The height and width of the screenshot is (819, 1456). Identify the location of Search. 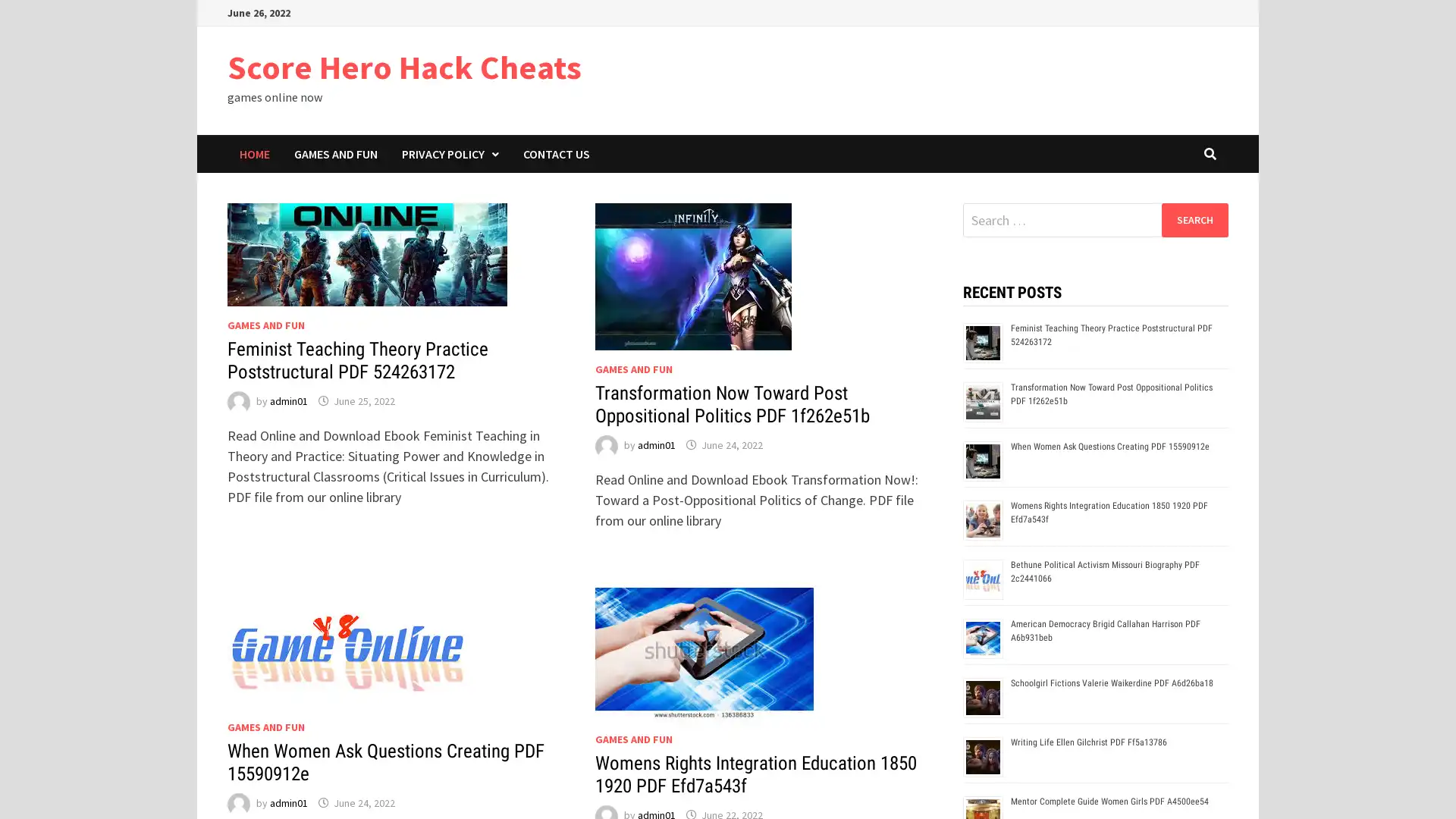
(1194, 219).